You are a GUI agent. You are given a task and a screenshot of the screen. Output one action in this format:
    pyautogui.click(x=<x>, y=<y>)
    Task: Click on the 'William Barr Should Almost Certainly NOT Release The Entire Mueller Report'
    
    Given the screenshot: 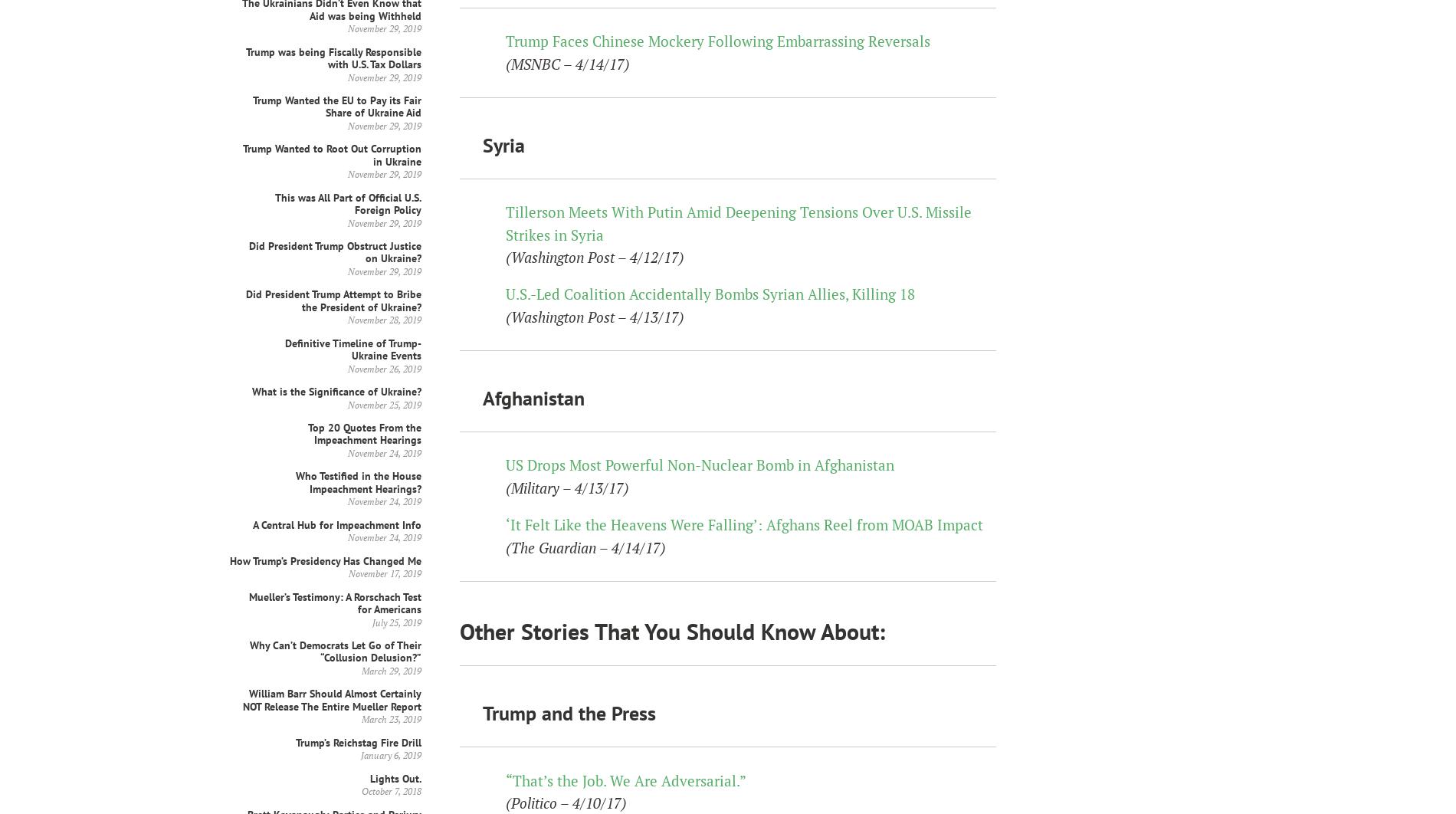 What is the action you would take?
    pyautogui.click(x=331, y=698)
    